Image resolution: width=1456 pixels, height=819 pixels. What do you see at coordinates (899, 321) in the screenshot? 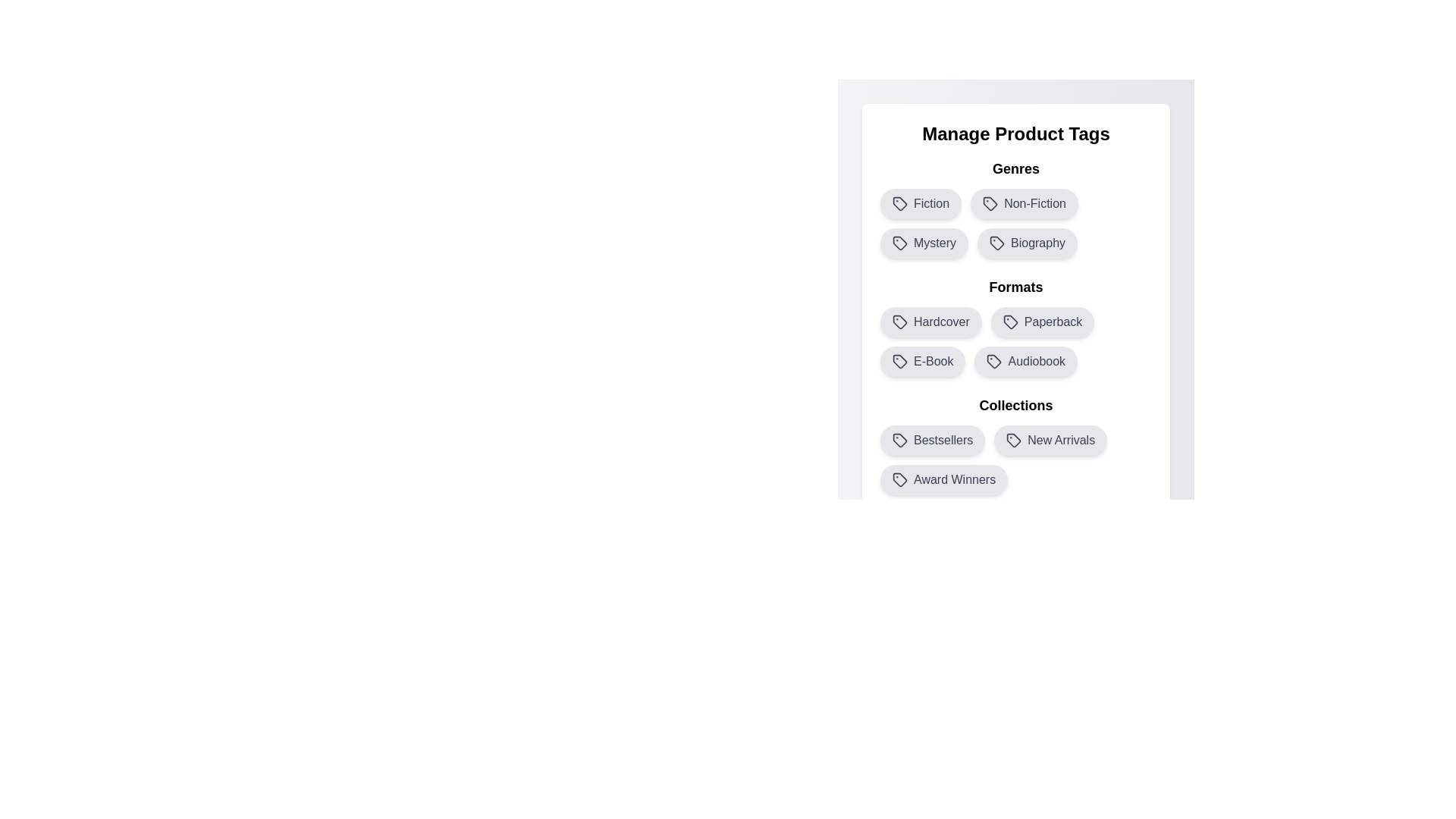
I see `keyboard navigation` at bounding box center [899, 321].